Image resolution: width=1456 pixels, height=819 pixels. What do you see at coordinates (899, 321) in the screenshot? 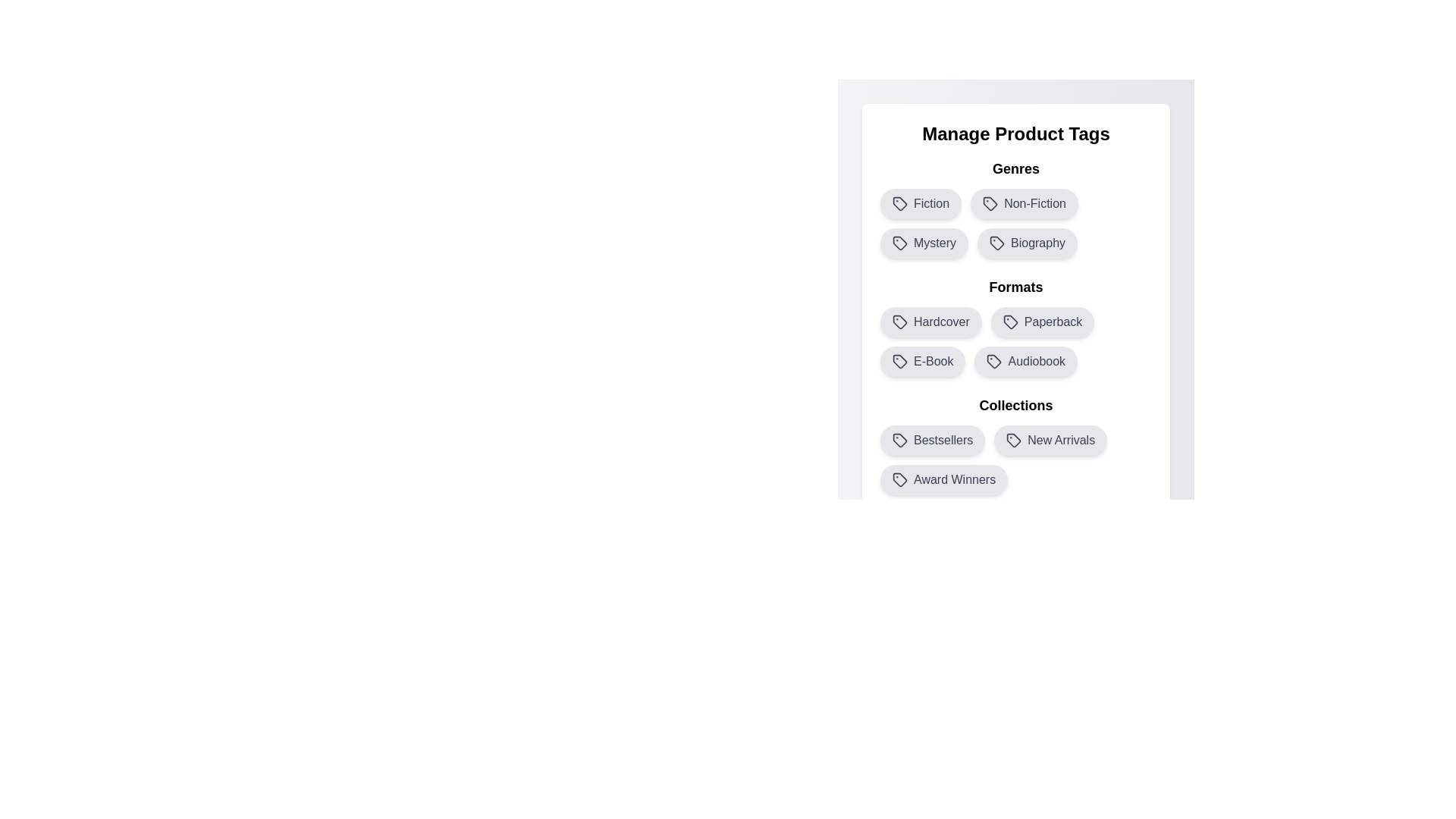
I see `keyboard navigation` at bounding box center [899, 321].